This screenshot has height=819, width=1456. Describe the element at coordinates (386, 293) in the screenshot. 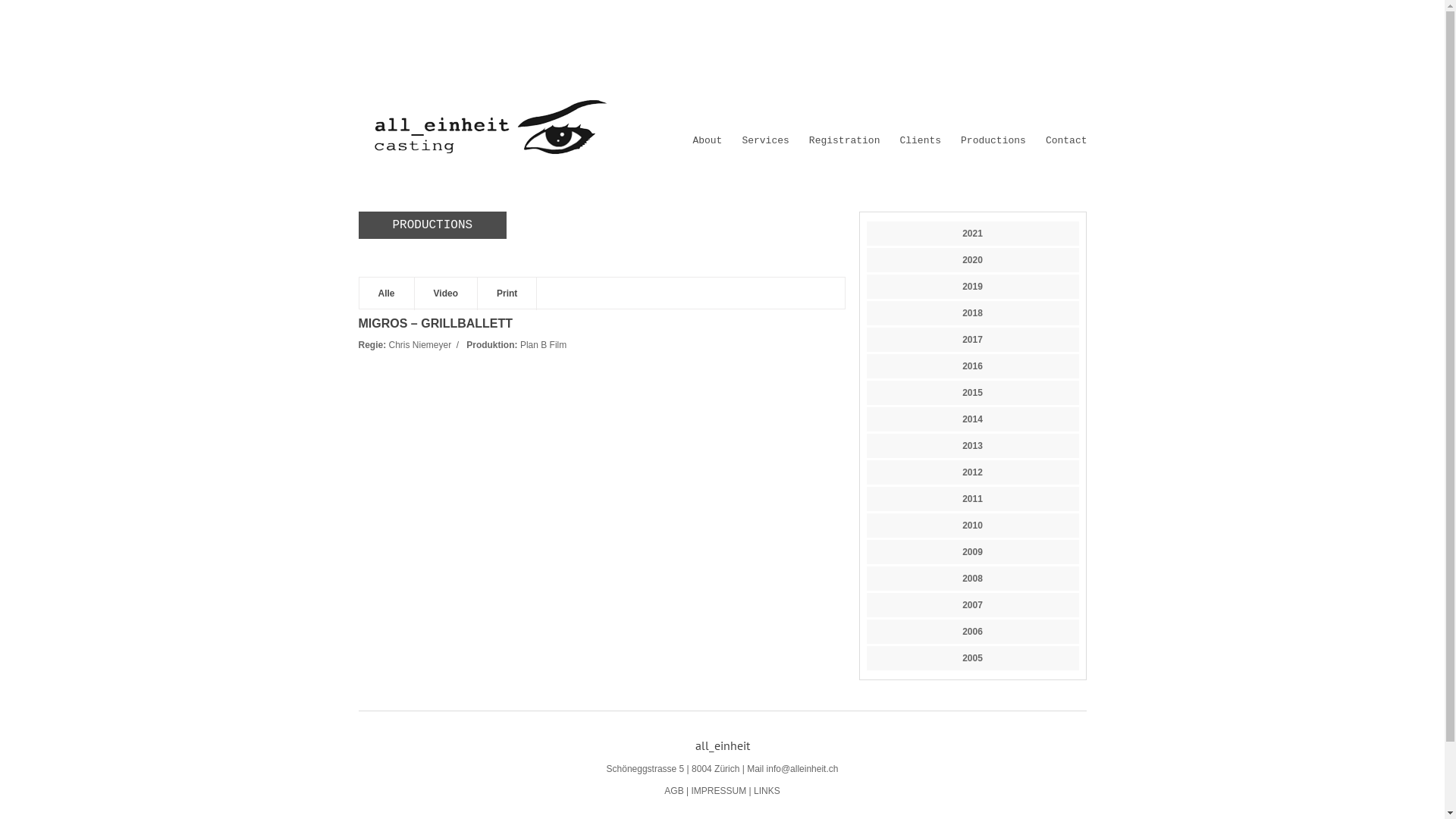

I see `'Alle'` at that location.